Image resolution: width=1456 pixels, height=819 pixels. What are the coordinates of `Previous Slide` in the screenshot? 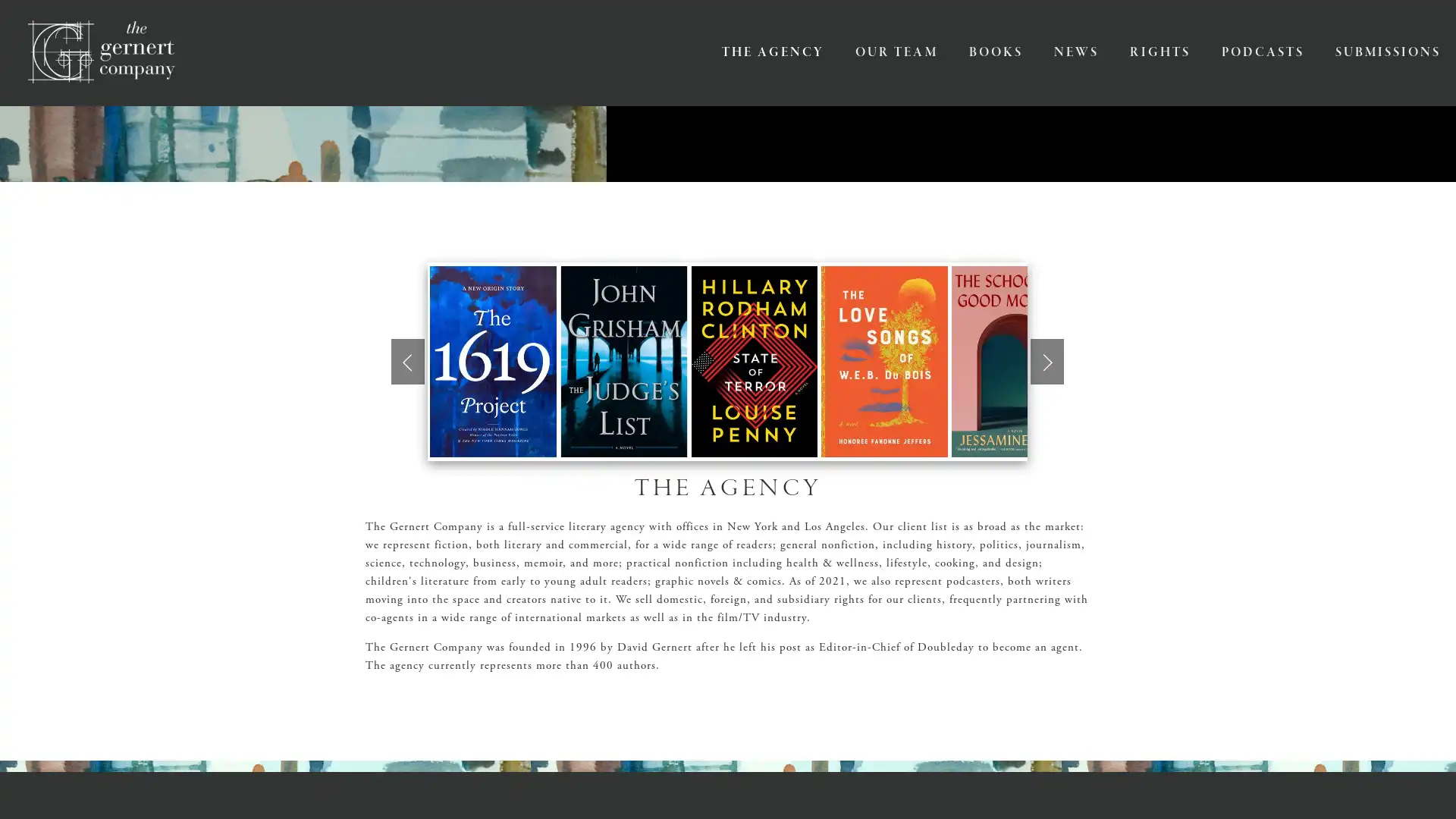 It's located at (407, 360).